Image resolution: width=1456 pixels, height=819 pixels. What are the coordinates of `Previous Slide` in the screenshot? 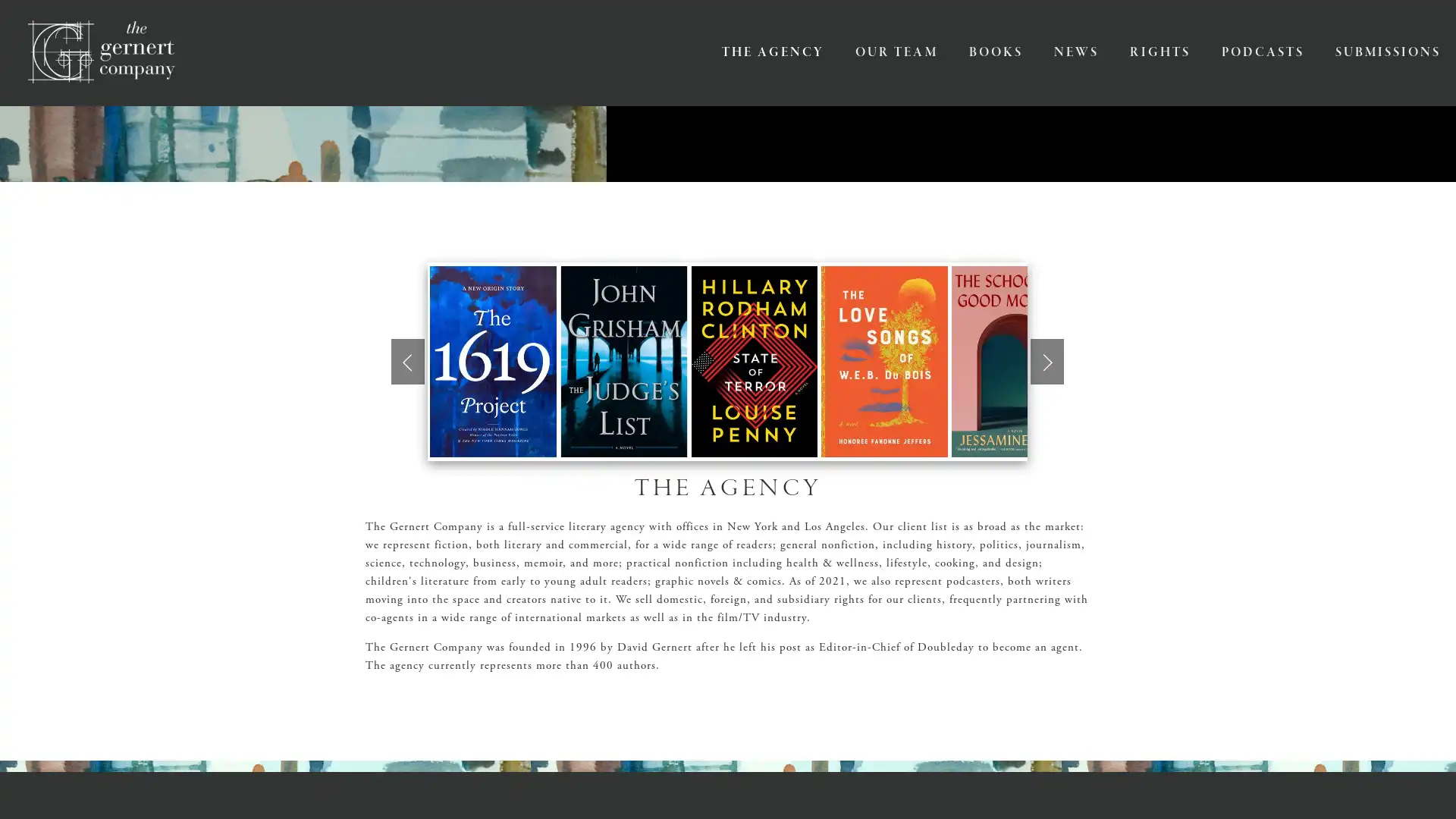 It's located at (407, 360).